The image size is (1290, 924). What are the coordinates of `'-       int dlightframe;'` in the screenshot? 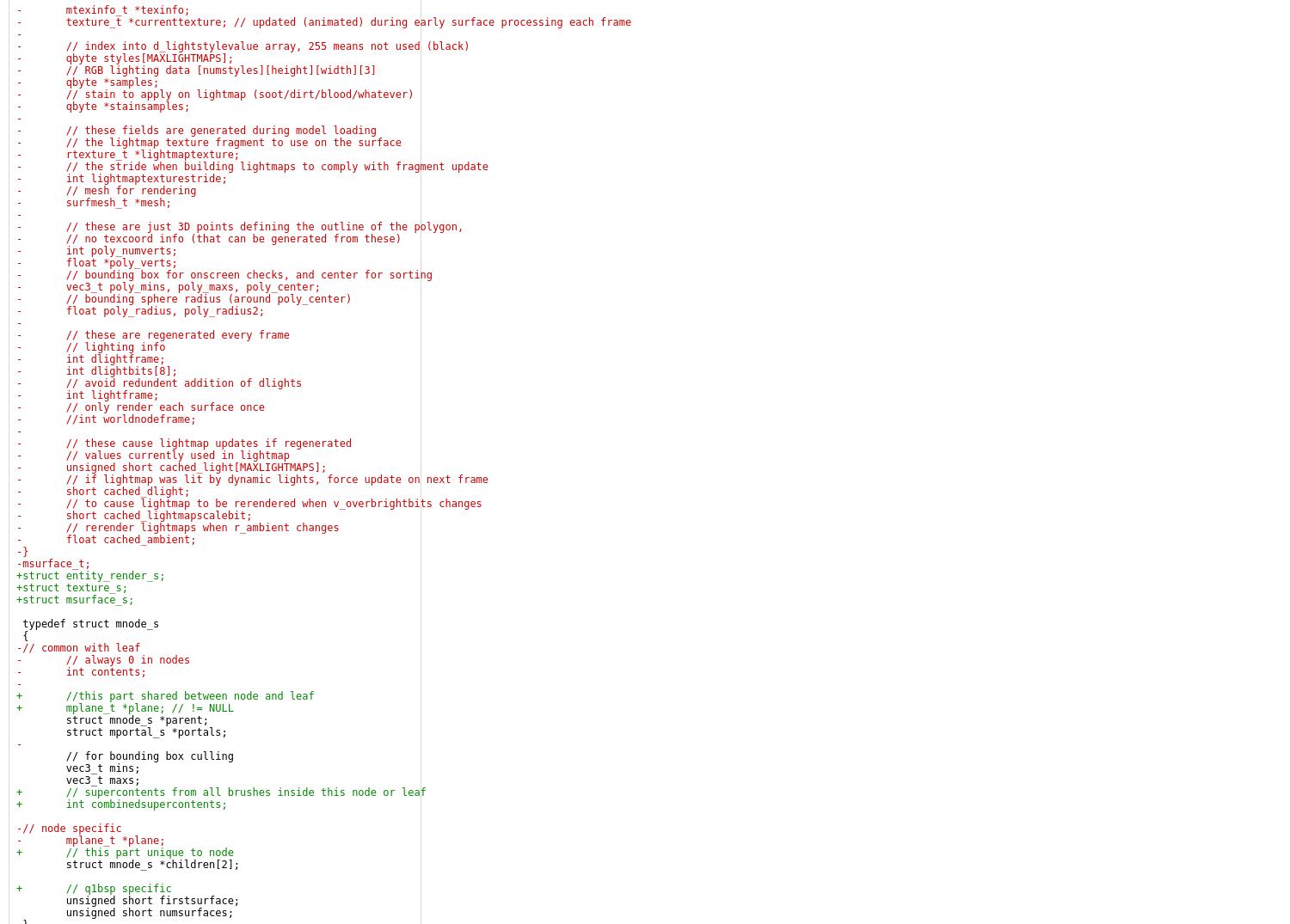 It's located at (89, 358).